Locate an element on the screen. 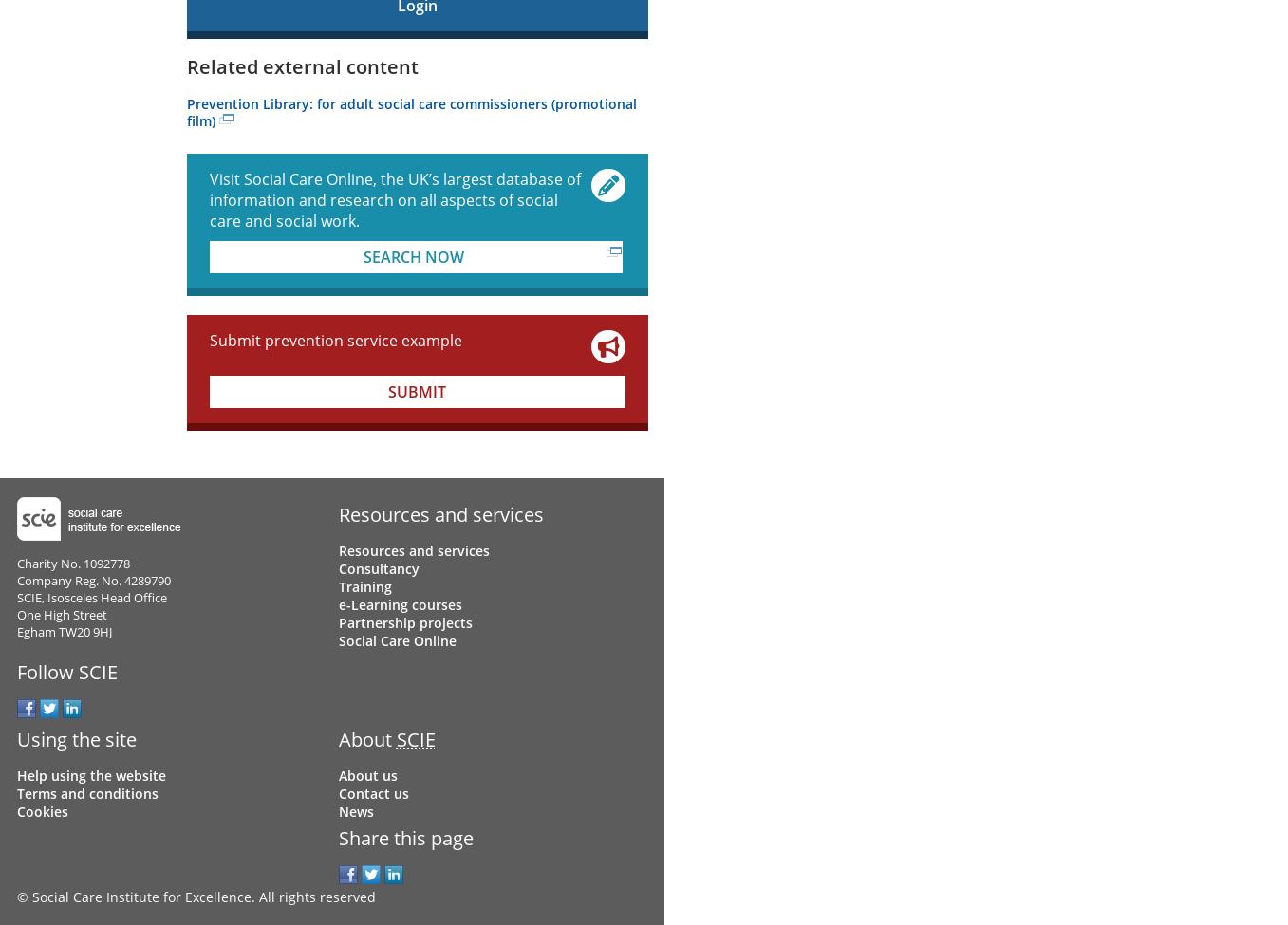 The height and width of the screenshot is (925, 1288). 'Using the site' is located at coordinates (14, 738).